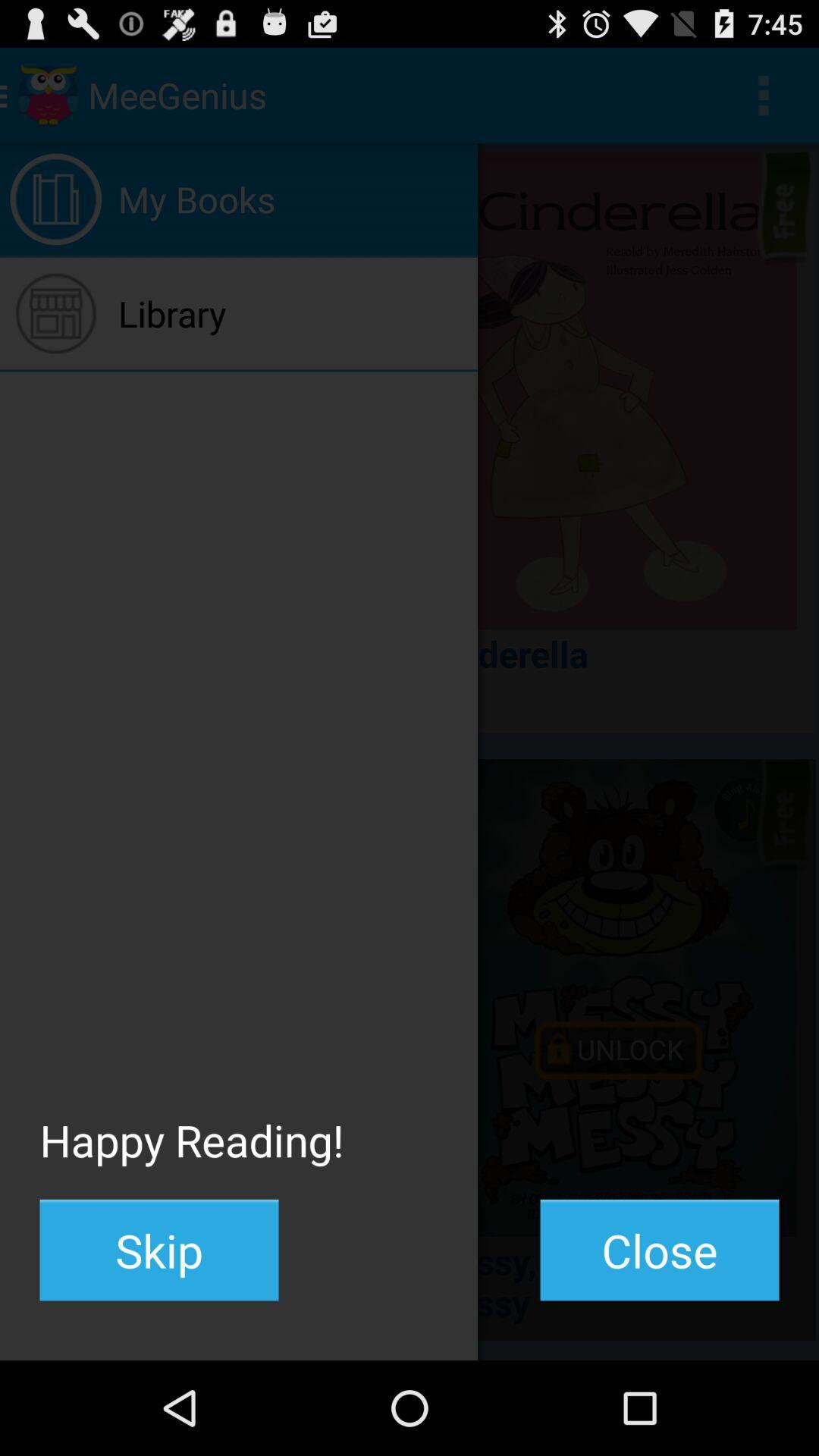  Describe the element at coordinates (158, 1250) in the screenshot. I see `the skip item` at that location.